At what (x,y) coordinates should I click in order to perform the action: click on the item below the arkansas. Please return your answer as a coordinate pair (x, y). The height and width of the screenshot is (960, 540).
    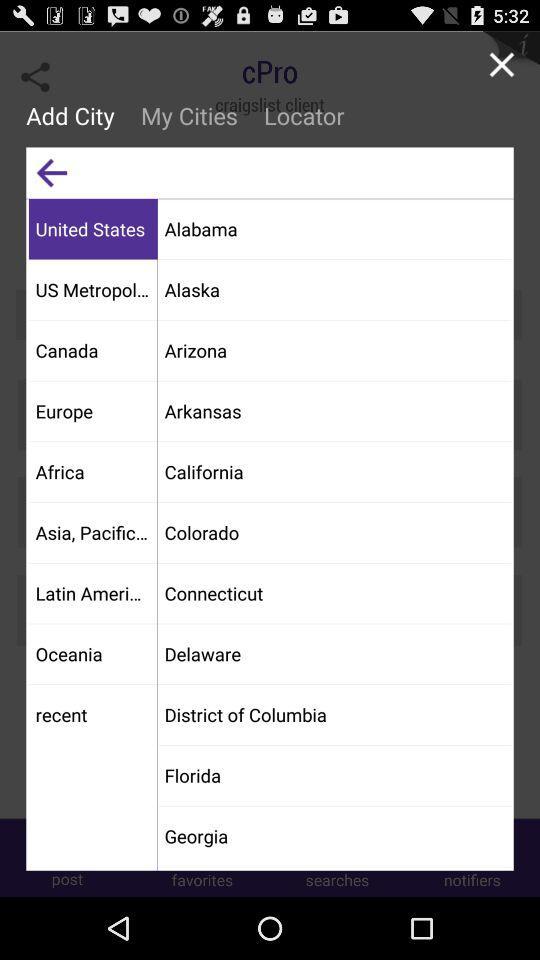
    Looking at the image, I should click on (334, 471).